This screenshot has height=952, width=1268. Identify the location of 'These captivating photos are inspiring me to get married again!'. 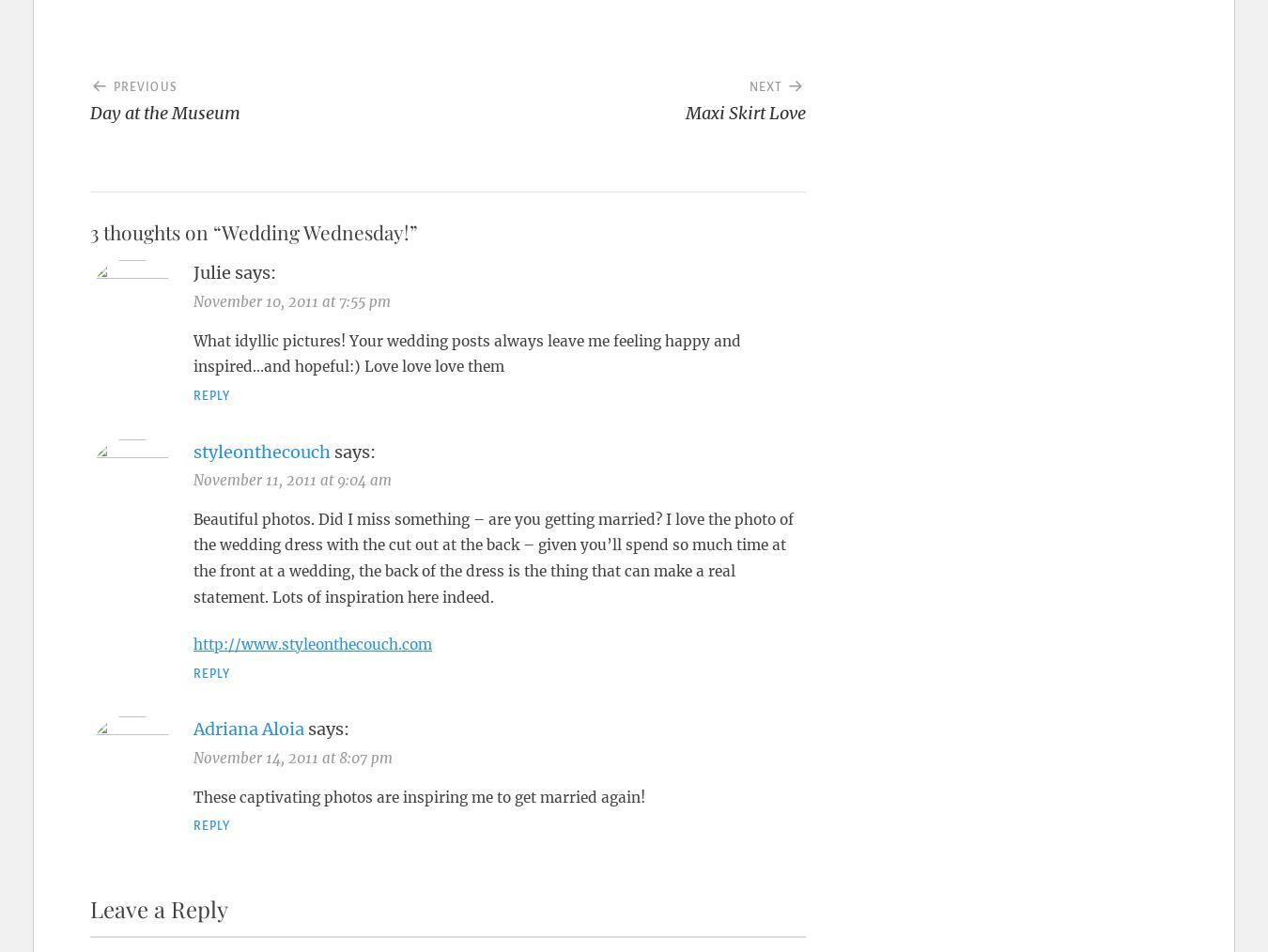
(419, 795).